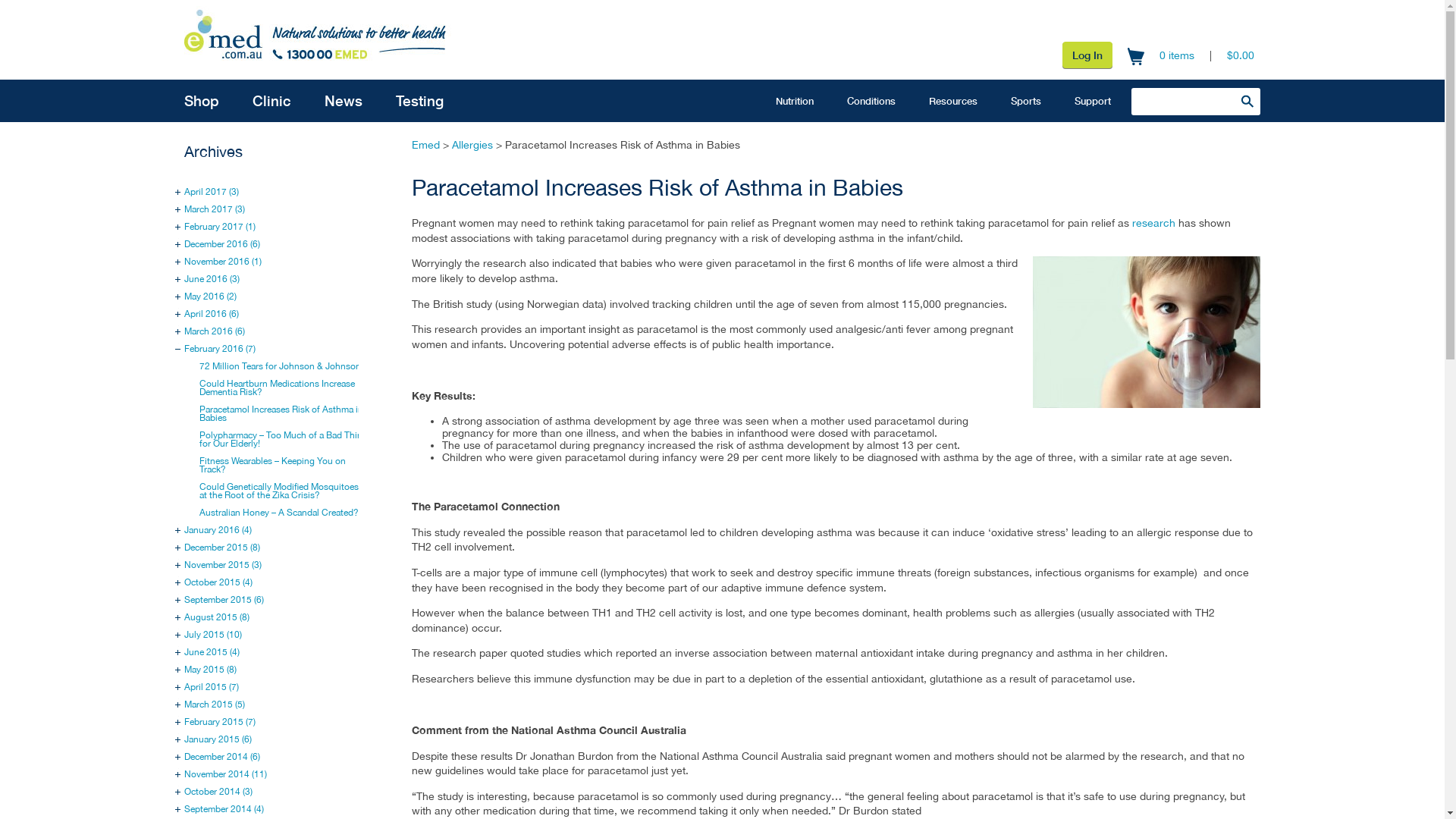 The height and width of the screenshot is (819, 1456). I want to click on 'Nutrition', so click(793, 100).